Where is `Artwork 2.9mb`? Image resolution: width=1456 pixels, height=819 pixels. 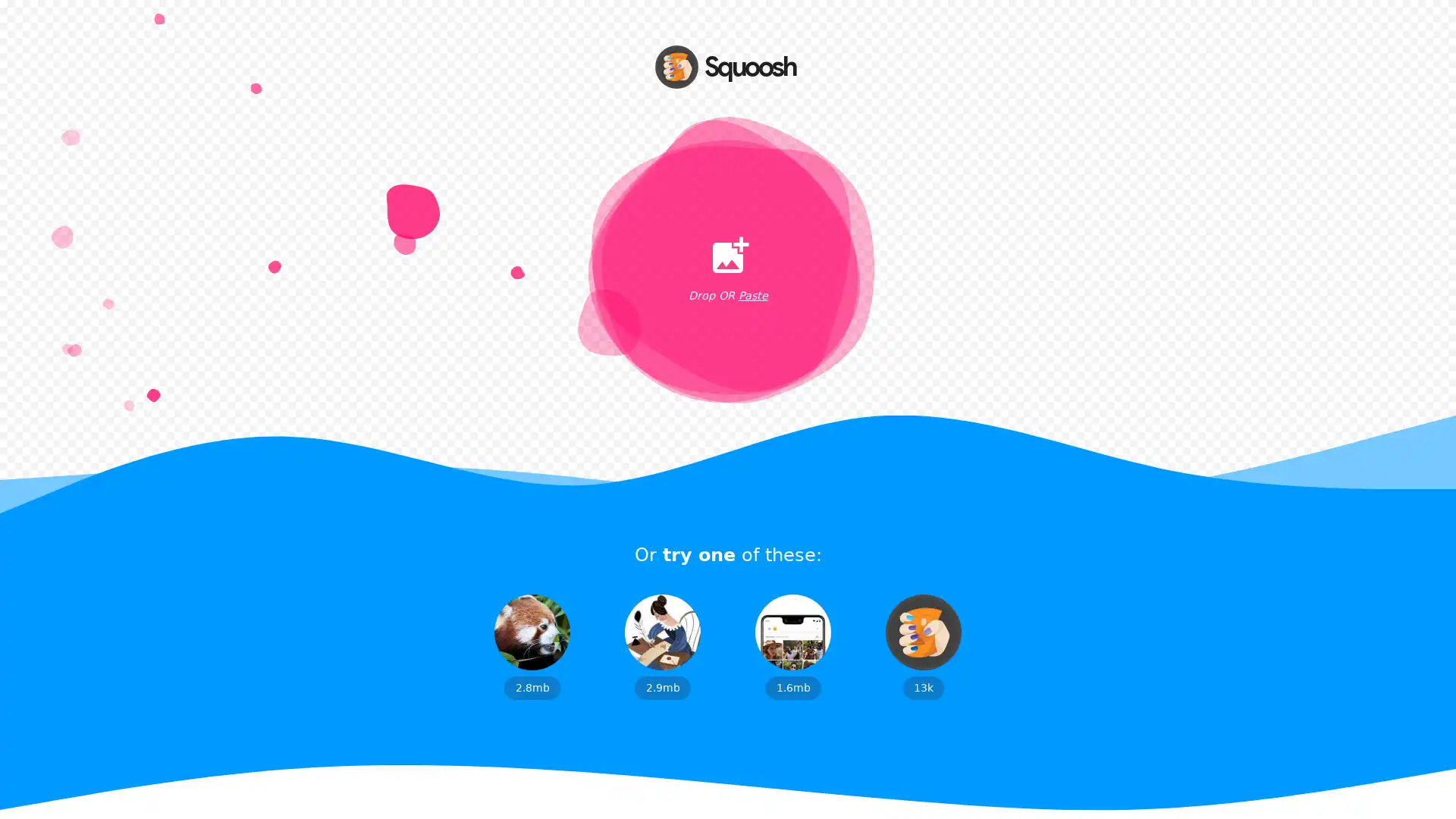
Artwork 2.9mb is located at coordinates (662, 646).